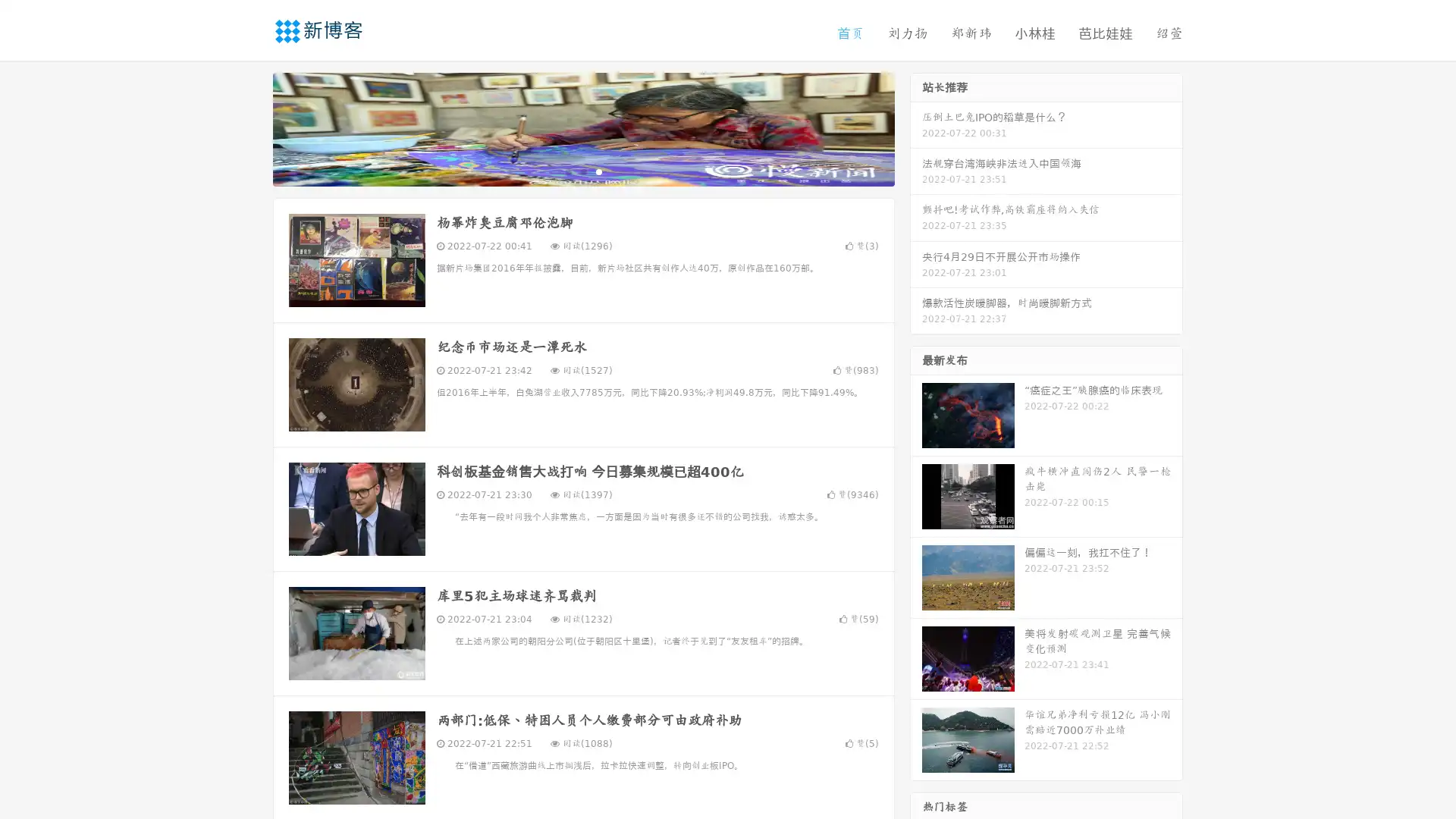 The width and height of the screenshot is (1456, 819). I want to click on Next slide, so click(916, 127).